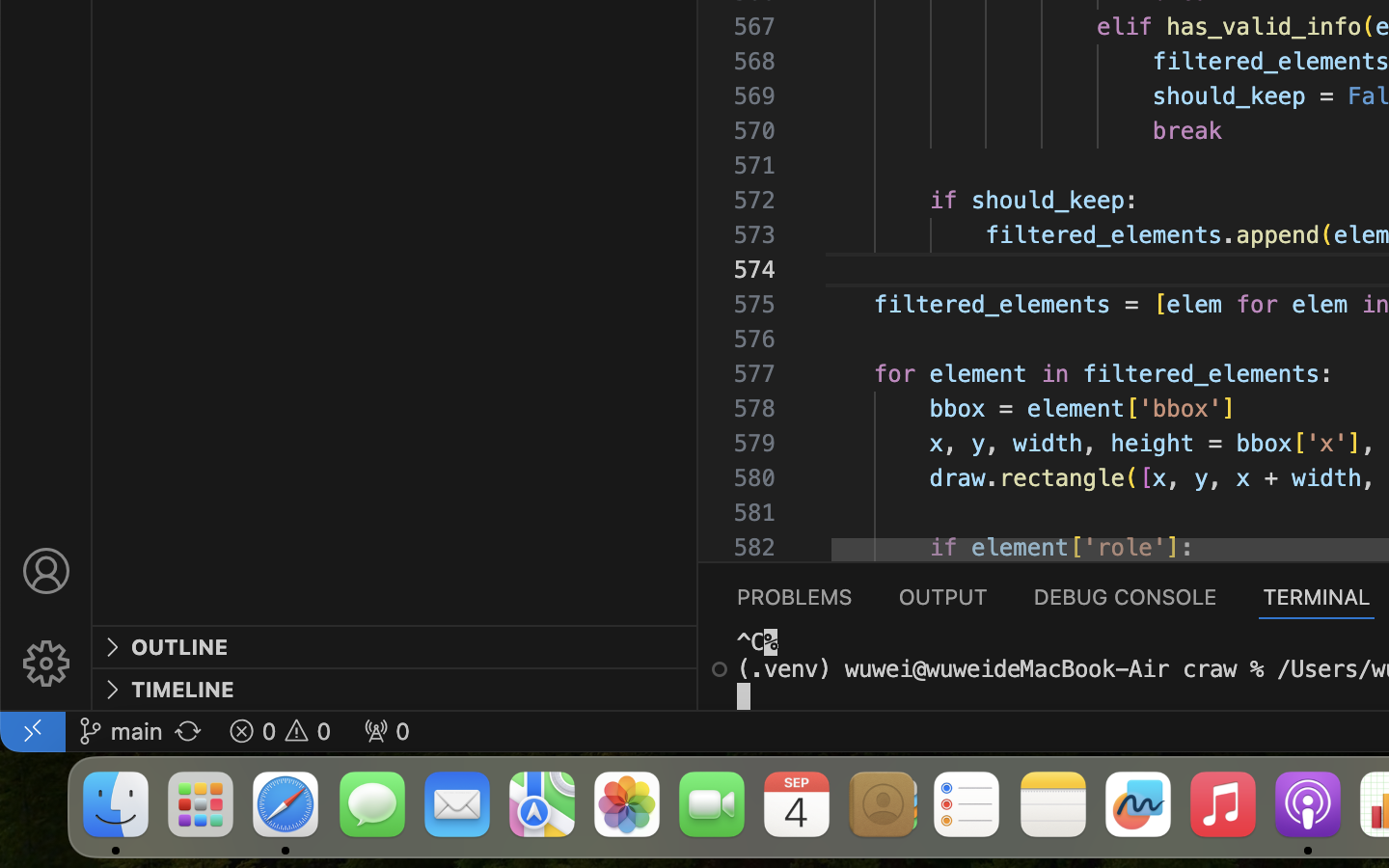 The image size is (1389, 868). I want to click on 'TIMELINE', so click(182, 688).